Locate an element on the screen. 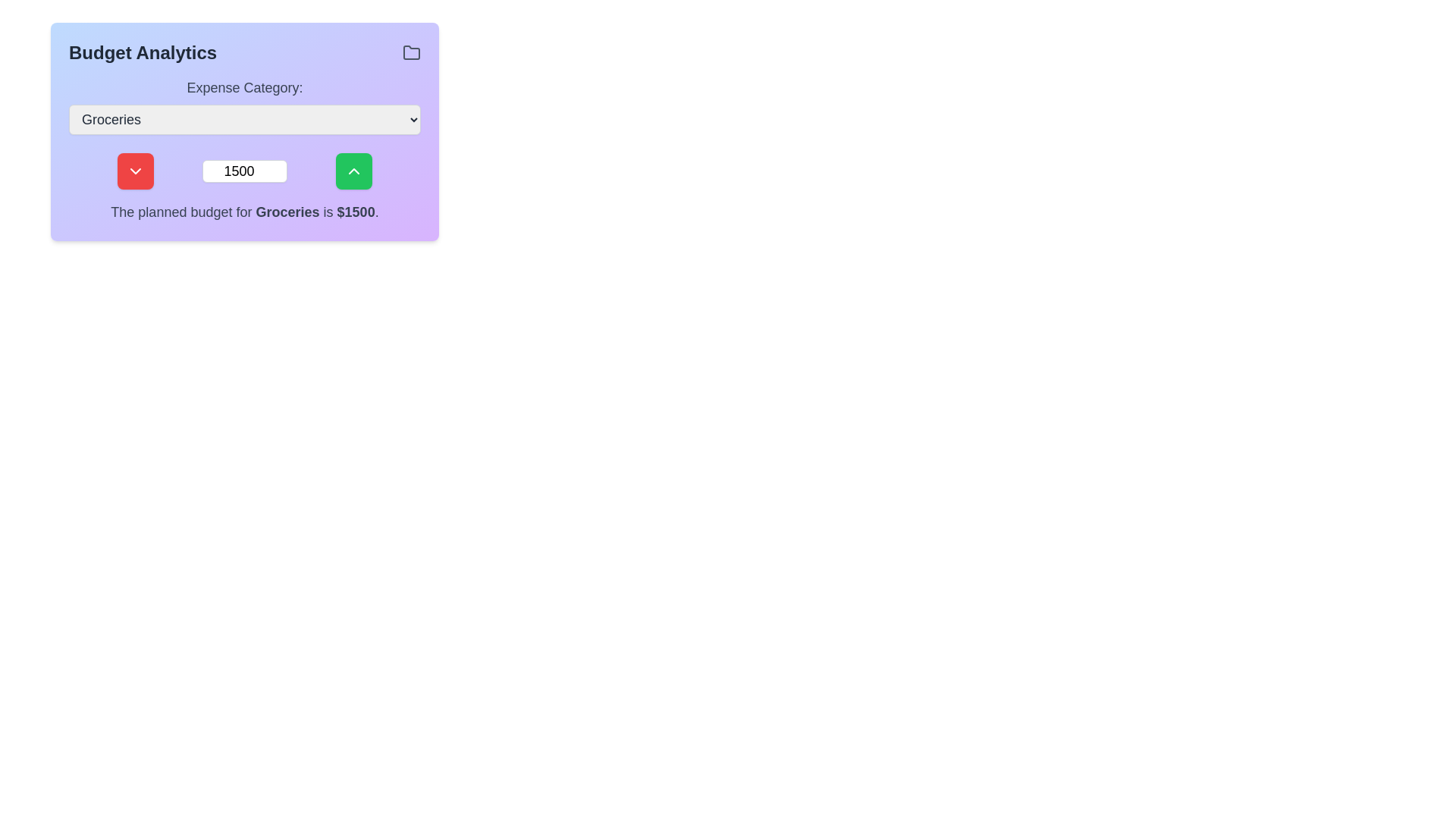 The image size is (1456, 819). text element displaying the value '$1500' located at the bottom-right corner of the 'Budget Analytics' section is located at coordinates (355, 212).